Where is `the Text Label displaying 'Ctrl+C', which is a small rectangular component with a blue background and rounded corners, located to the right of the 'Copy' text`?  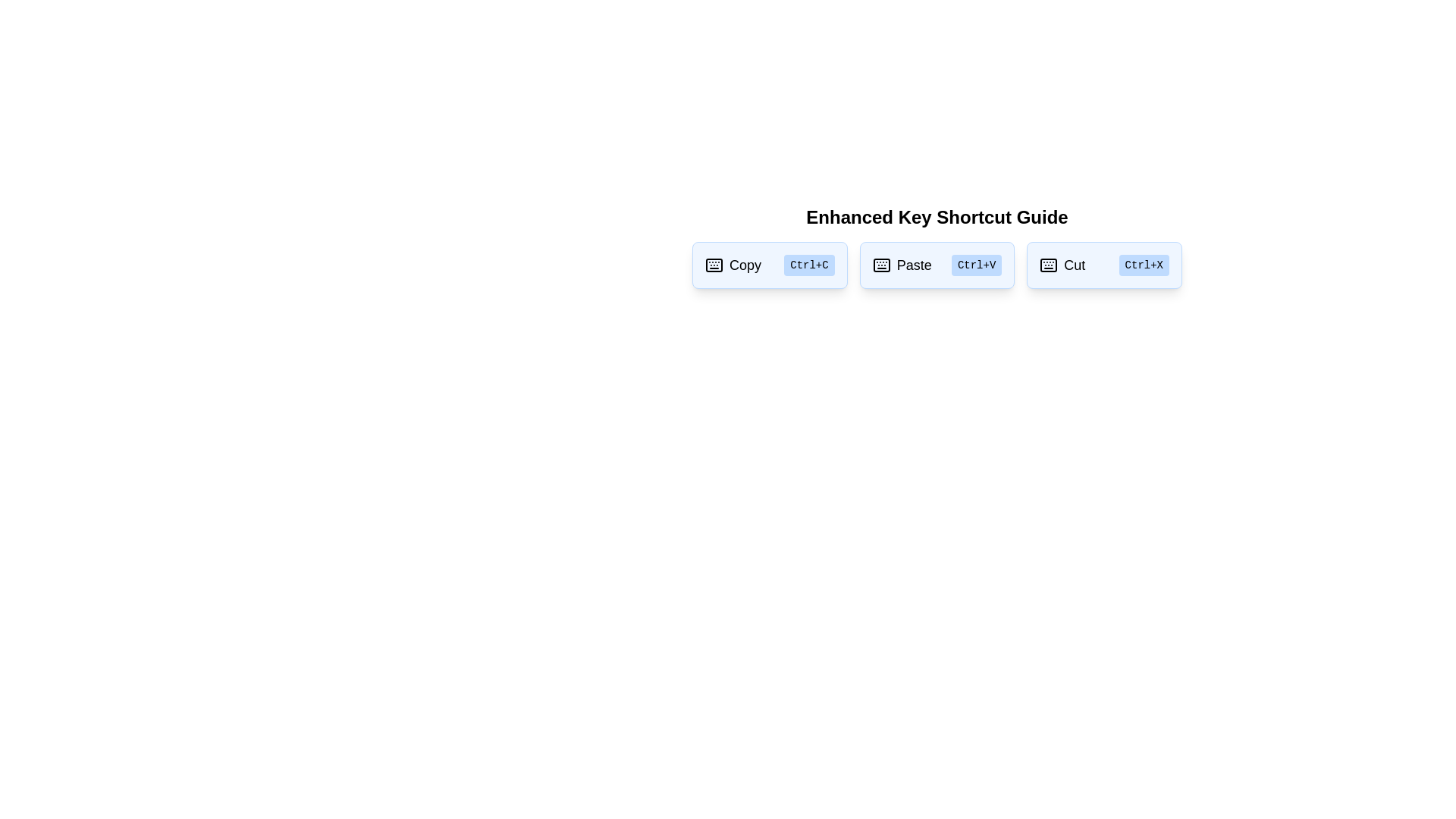 the Text Label displaying 'Ctrl+C', which is a small rectangular component with a blue background and rounded corners, located to the right of the 'Copy' text is located at coordinates (808, 265).